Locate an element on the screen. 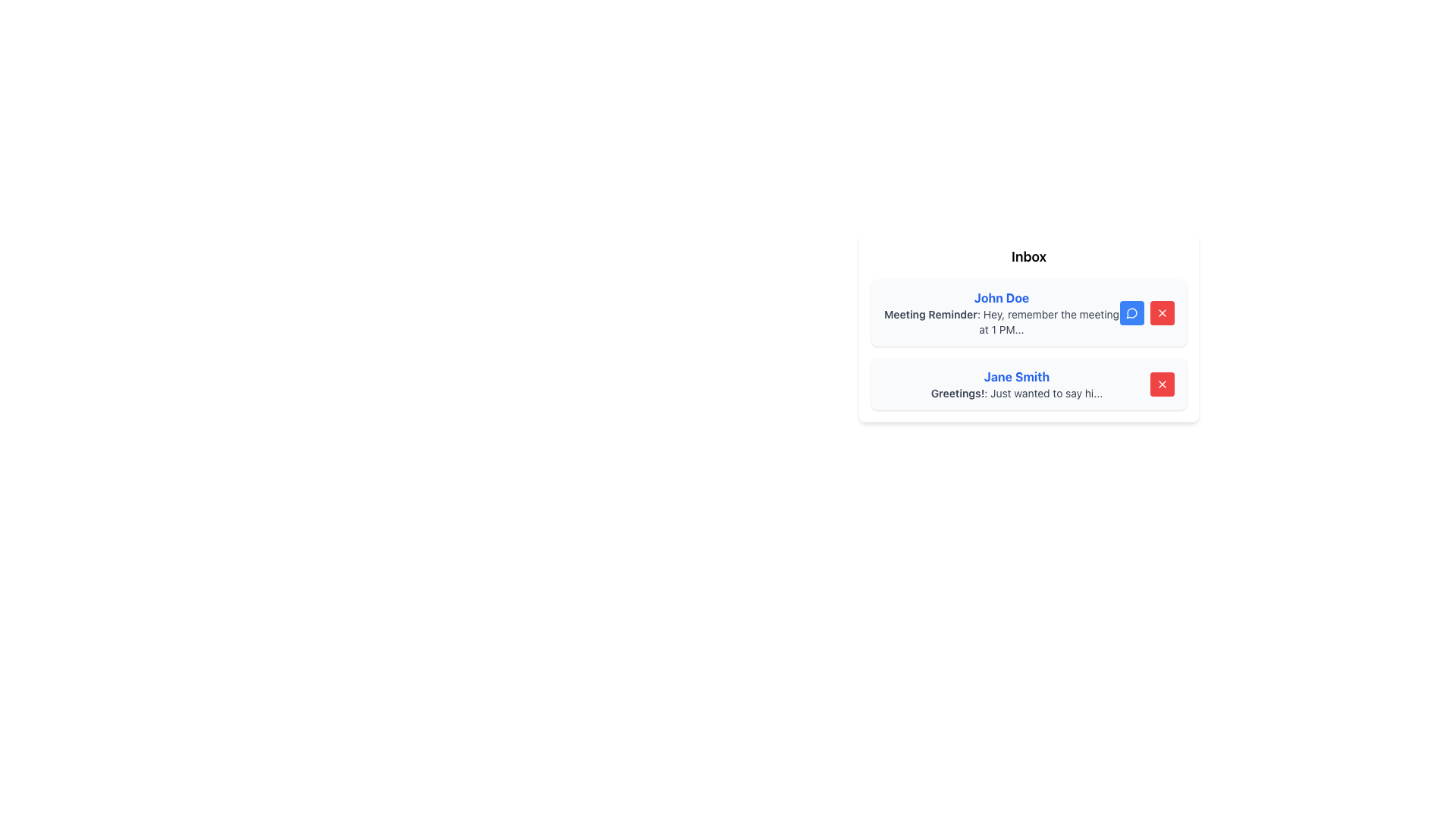 The height and width of the screenshot is (819, 1456). the Text Display element that identifies the user or sender in the messaging interface, which contains the text 'Greetings!: Just wanted to say hi...' is located at coordinates (1016, 376).